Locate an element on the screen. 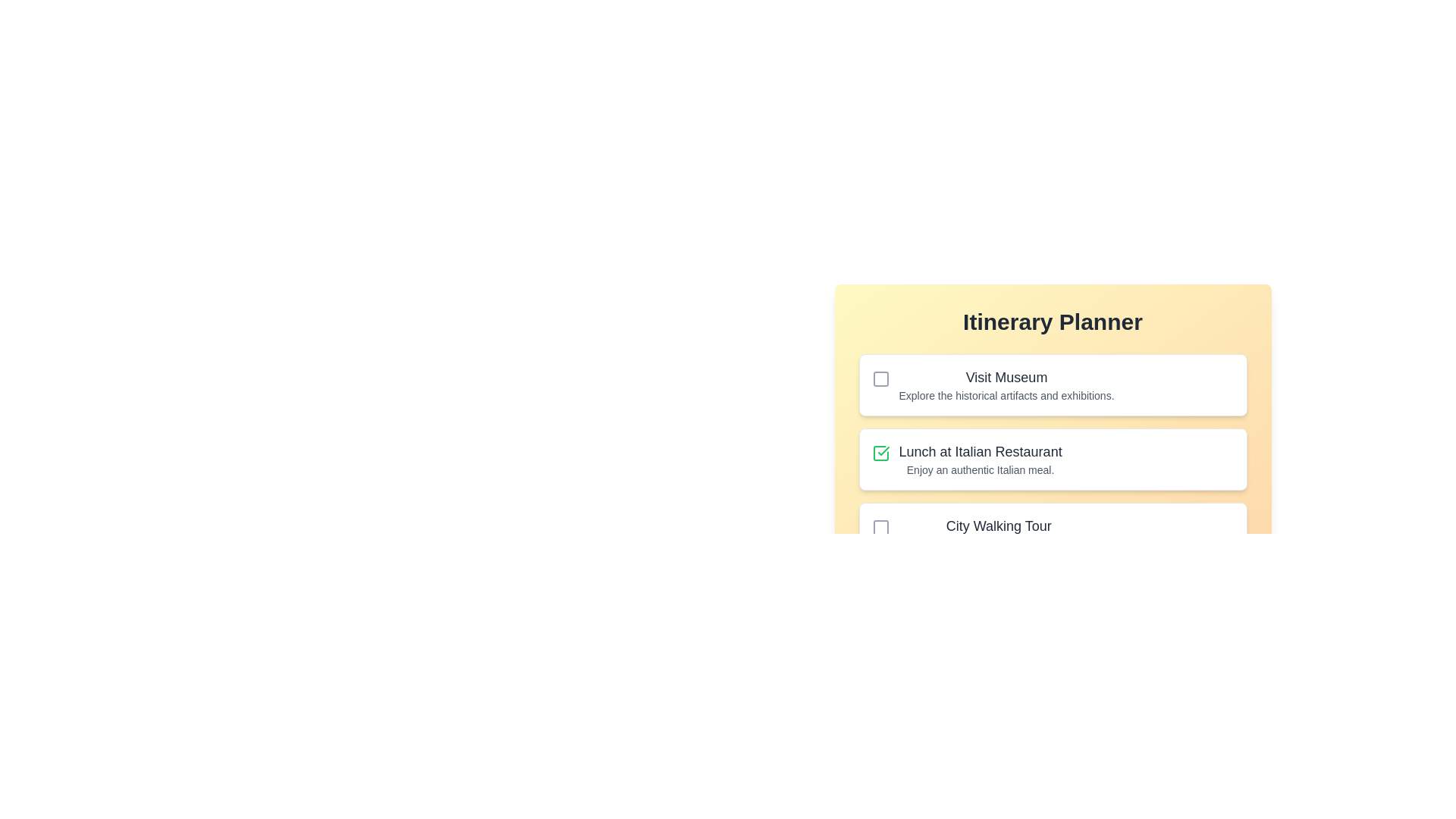 The height and width of the screenshot is (819, 1456). the gray square-shaped icon located to the left of the 'Visit Museum' text in the topmost card under 'Itinerary Planner' is located at coordinates (880, 378).